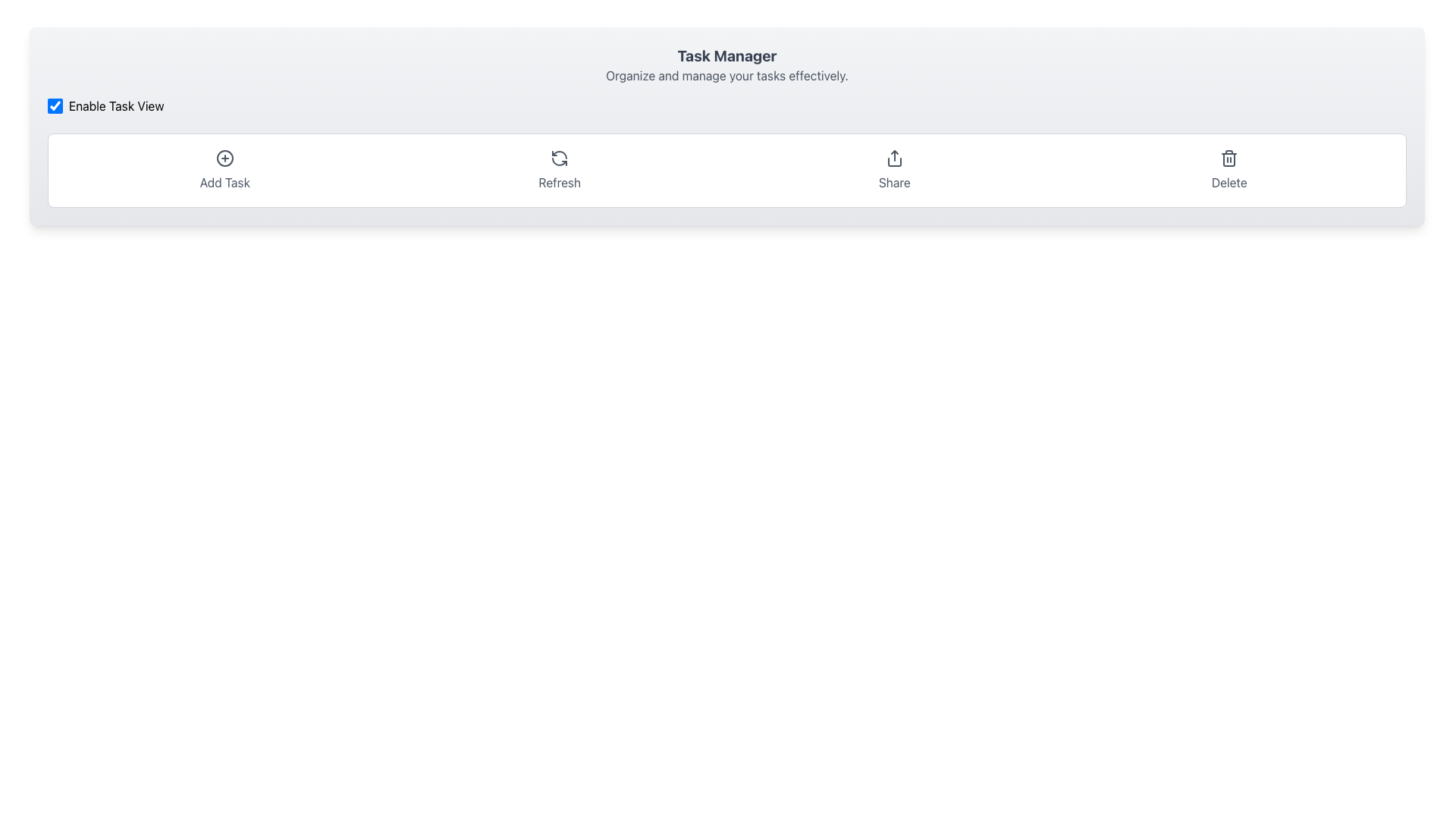 This screenshot has width=1456, height=819. Describe the element at coordinates (224, 158) in the screenshot. I see `the circular SVG element that is part of the 'Add Task' button, which is styled with a thin outline and no fill color, positioned symmetrically within the button` at that location.